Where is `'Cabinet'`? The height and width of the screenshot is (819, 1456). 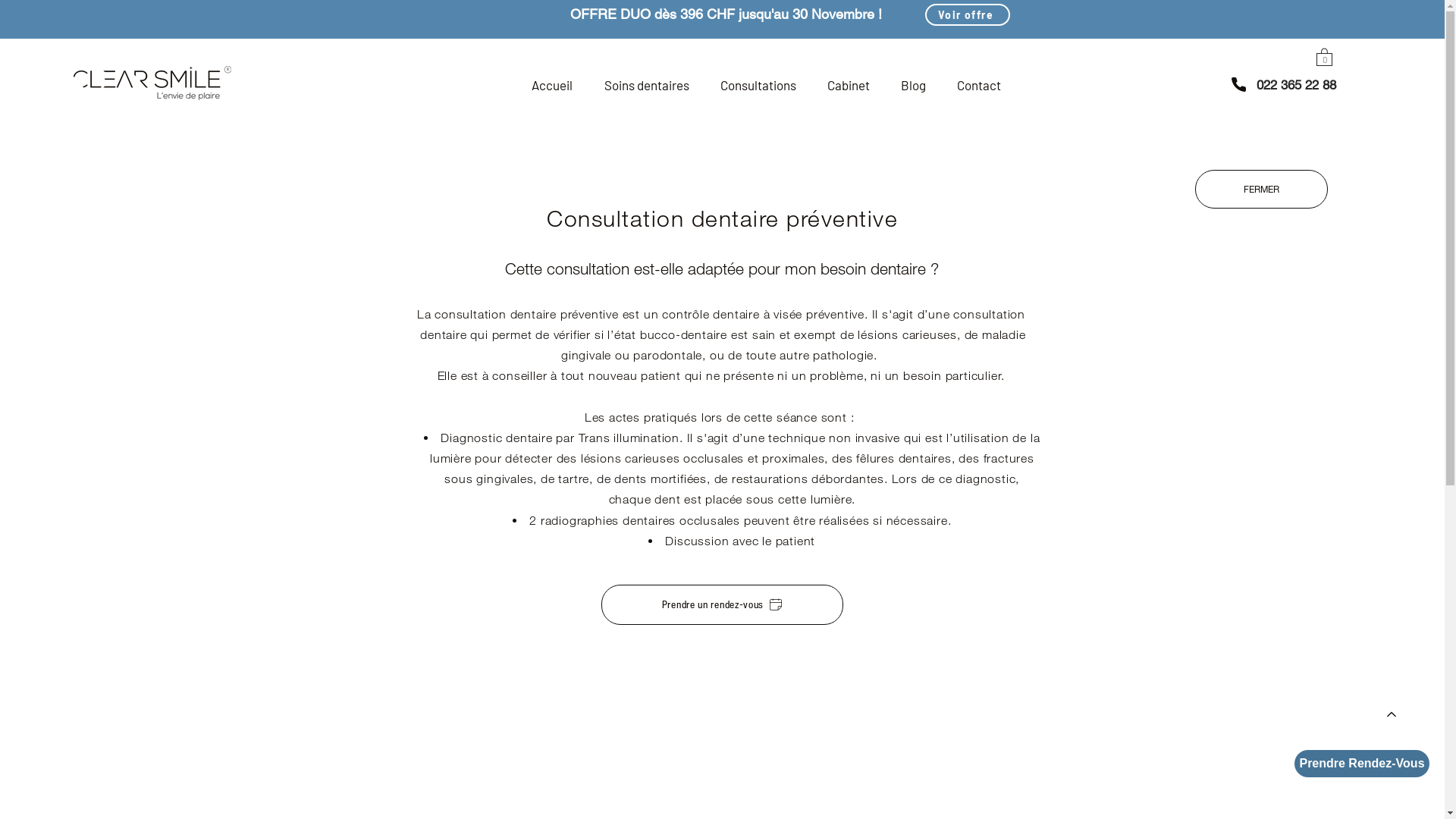
'Cabinet' is located at coordinates (847, 84).